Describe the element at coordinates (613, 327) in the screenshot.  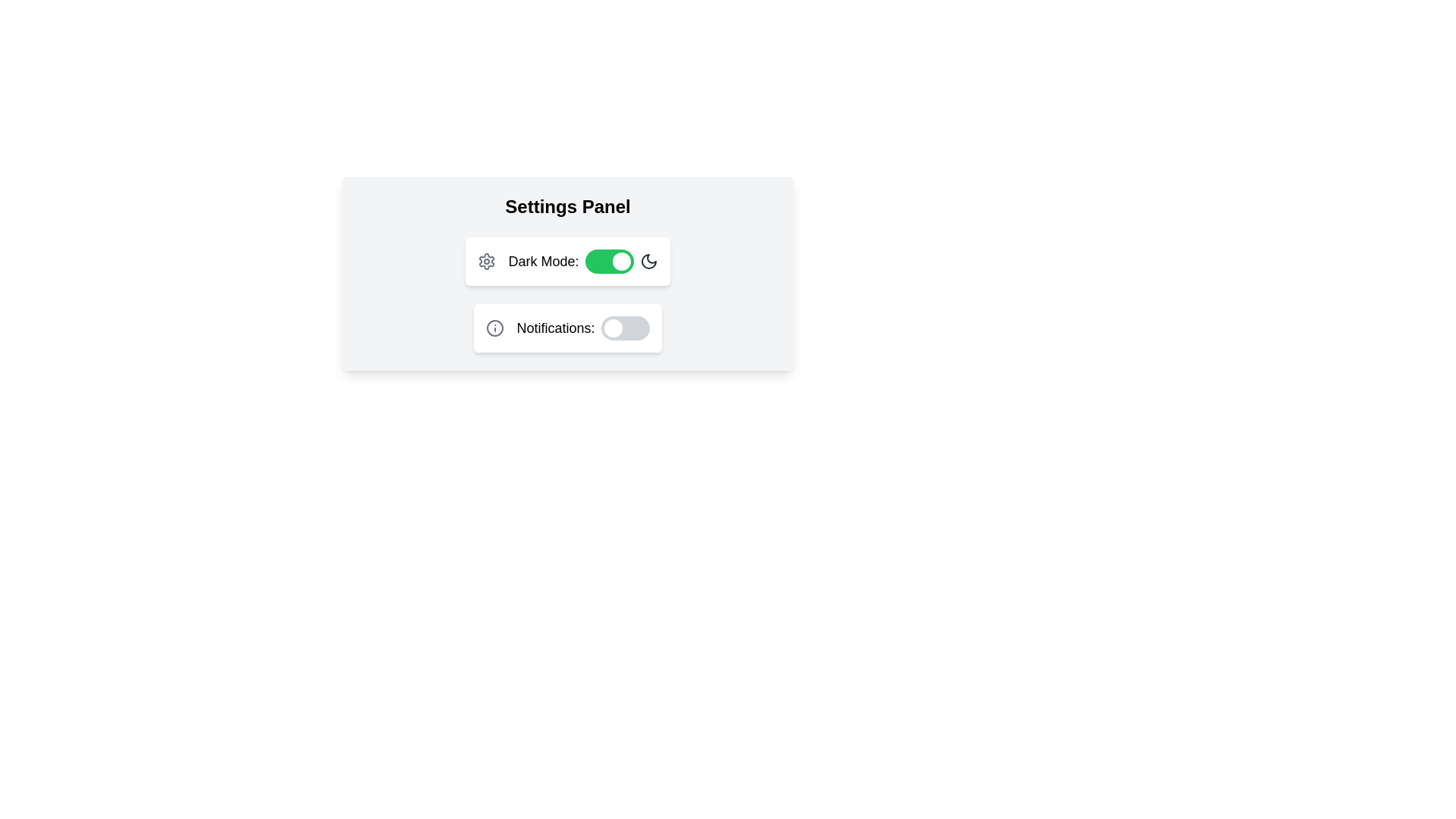
I see `the interactive toggle control indicator in the Notifications section` at that location.